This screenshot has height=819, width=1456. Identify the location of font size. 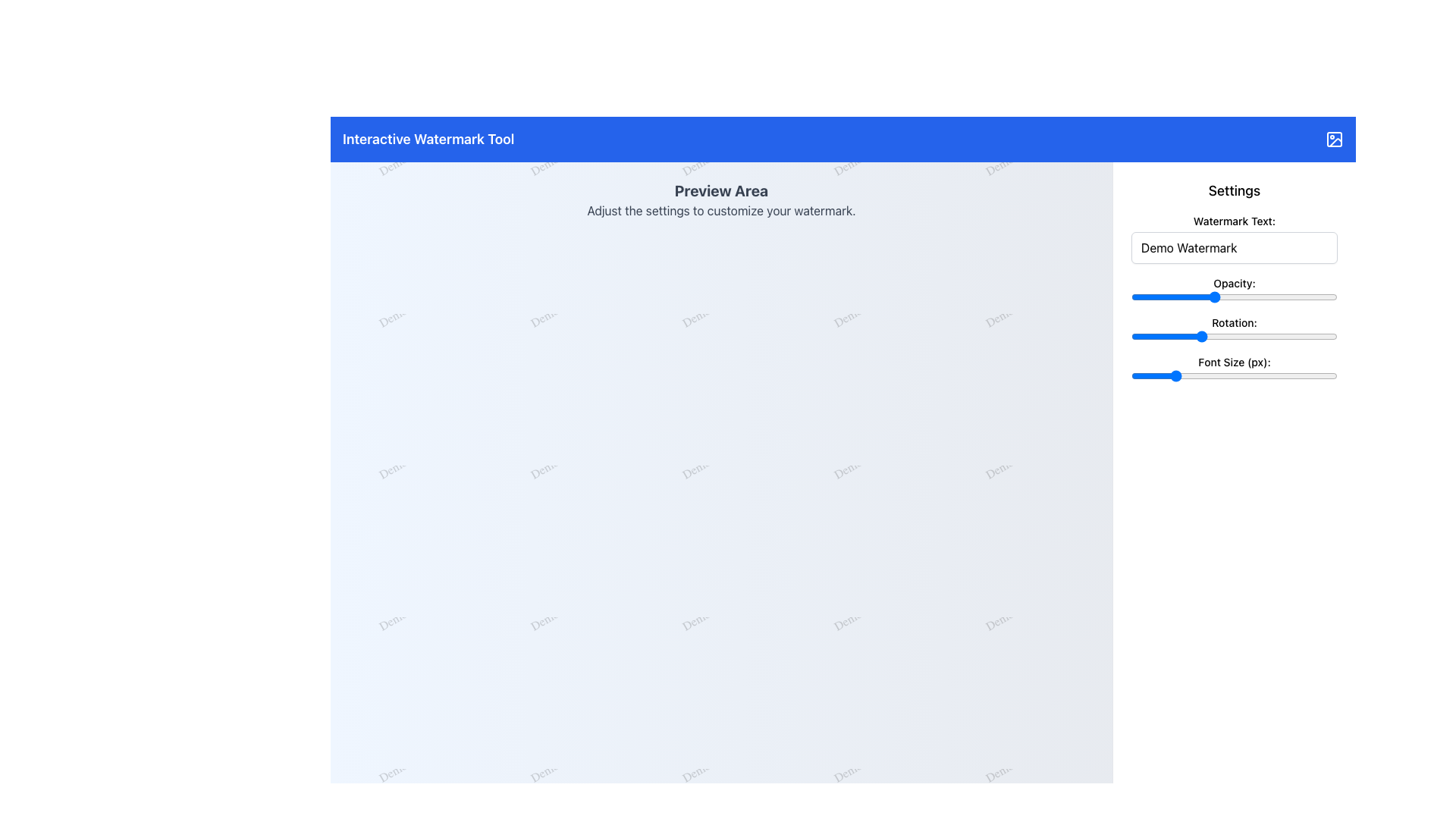
(1131, 375).